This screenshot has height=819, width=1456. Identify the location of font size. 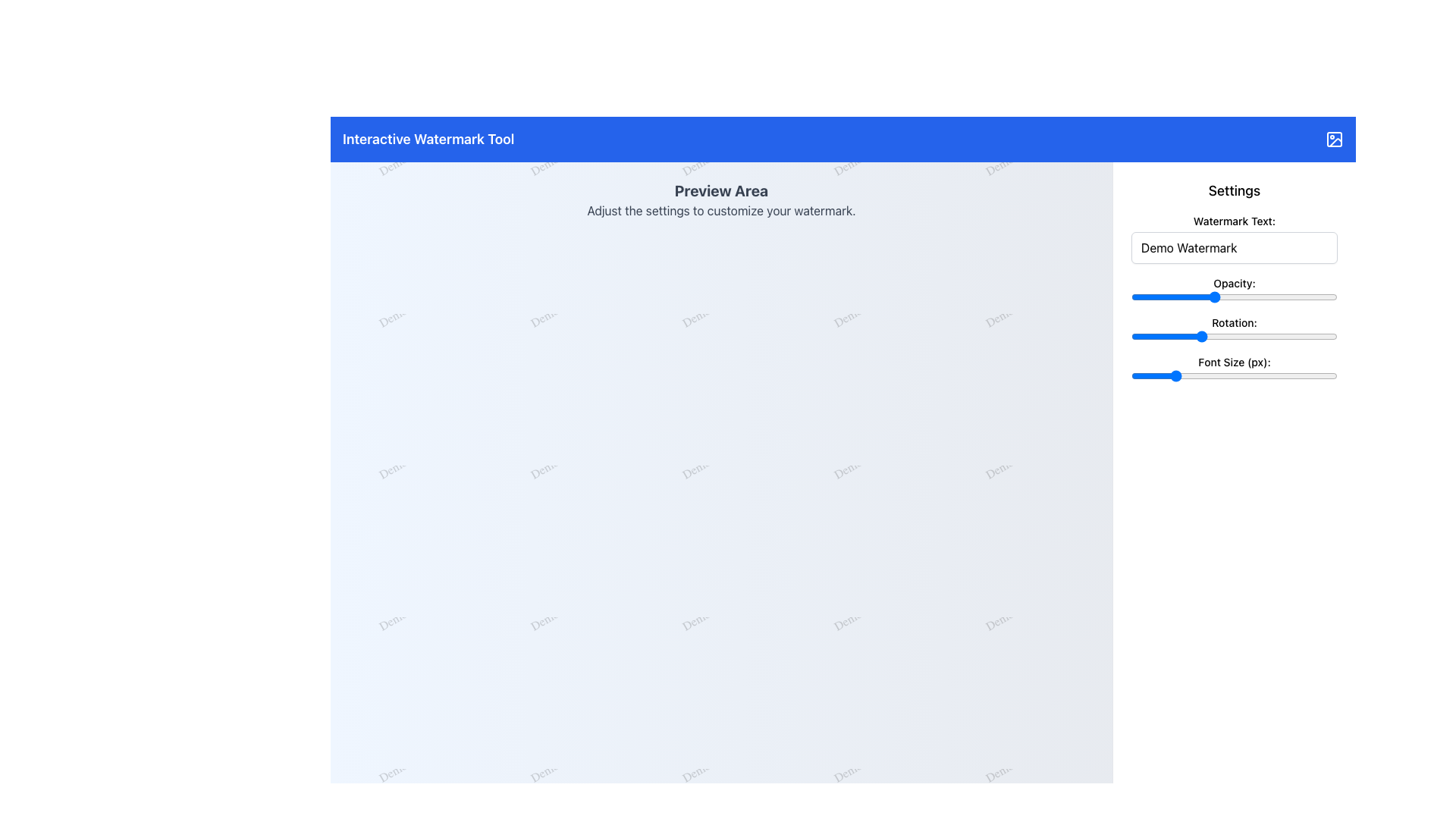
(1131, 375).